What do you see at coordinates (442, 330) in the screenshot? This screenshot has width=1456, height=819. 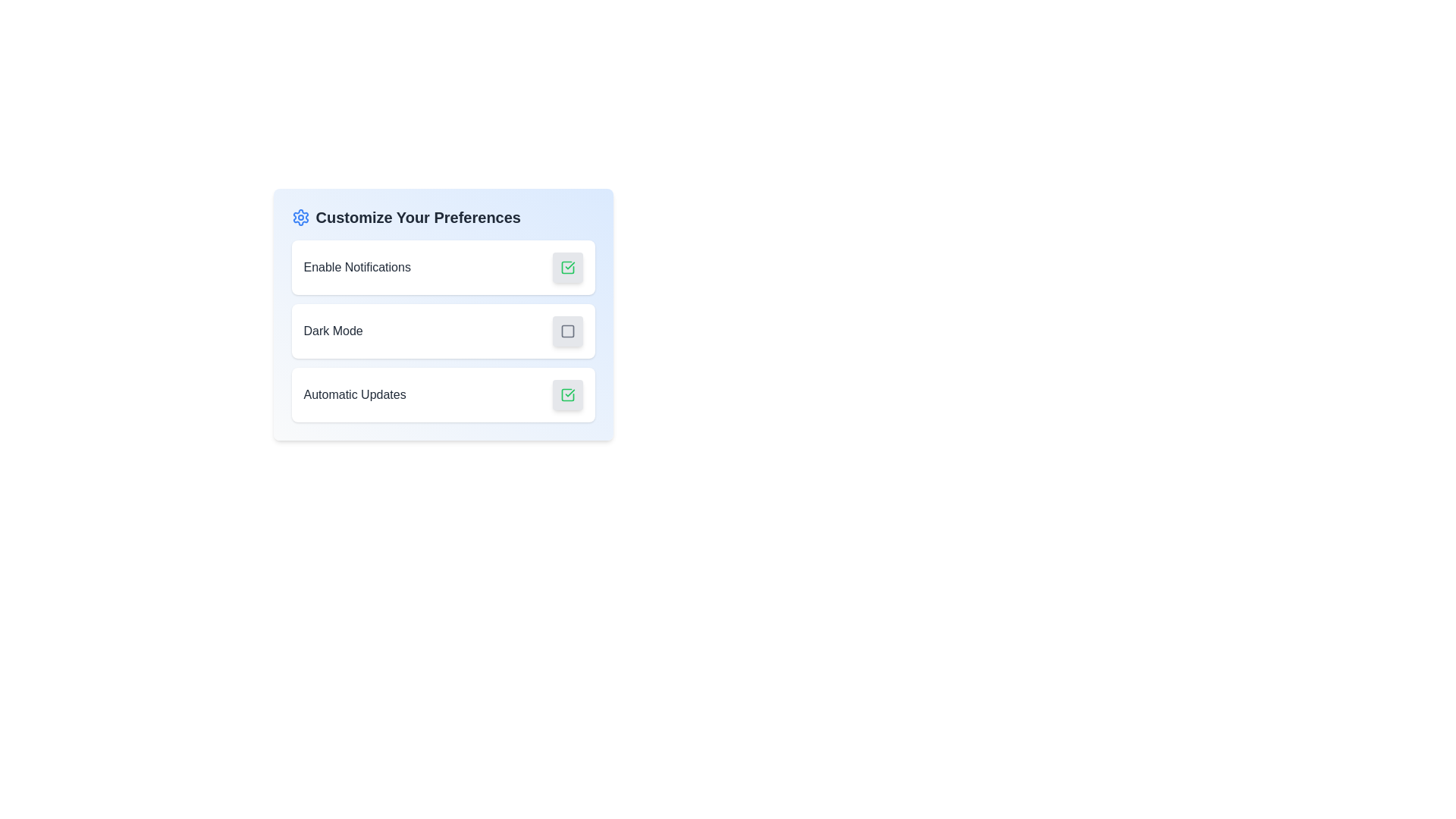 I see `the List of toggleable preference options that includes preferences like 'Enable Notifications', 'Dark Mode', and 'Automatic Updates'` at bounding box center [442, 330].